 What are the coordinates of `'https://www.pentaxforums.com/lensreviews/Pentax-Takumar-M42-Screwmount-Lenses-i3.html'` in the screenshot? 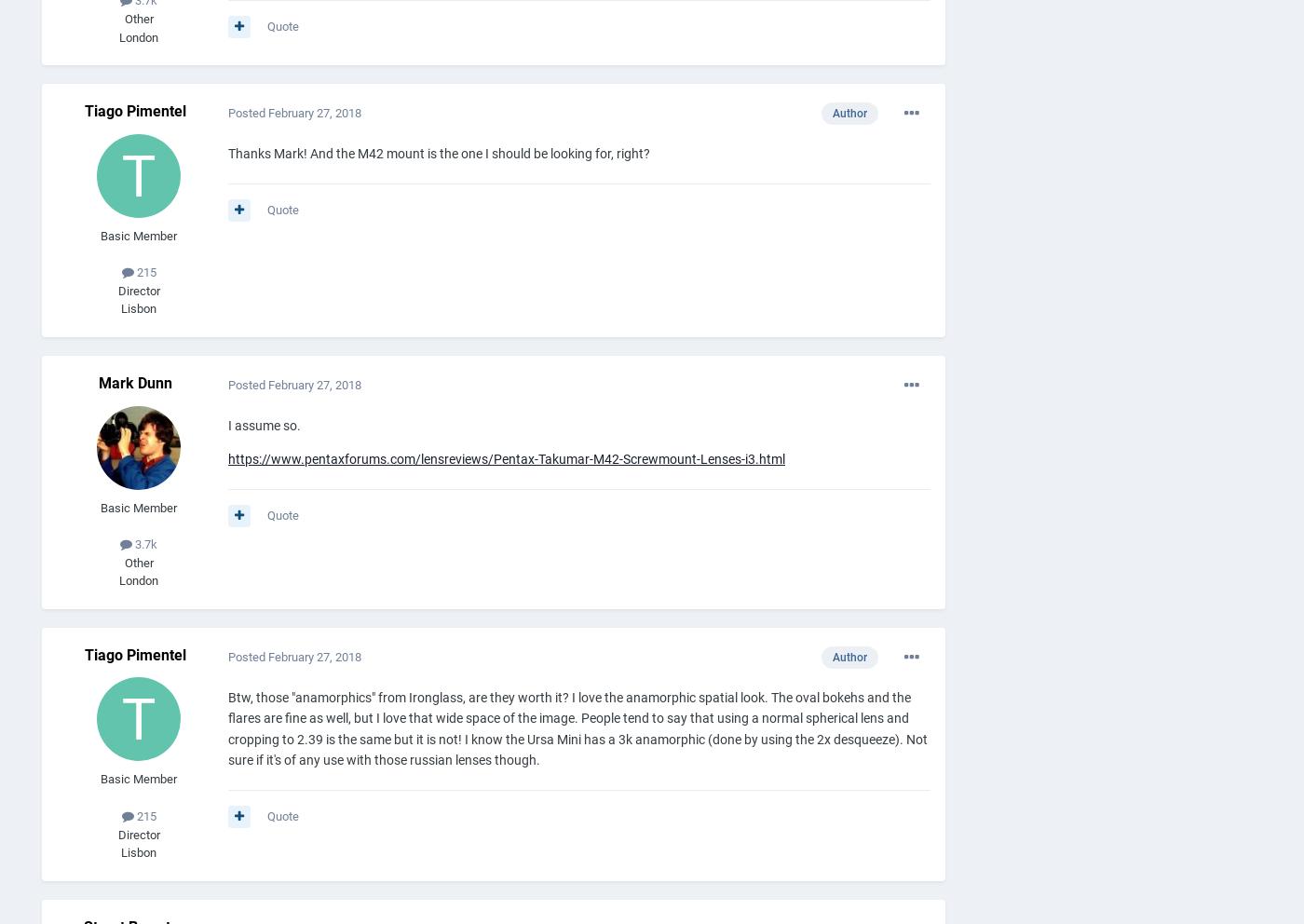 It's located at (507, 459).